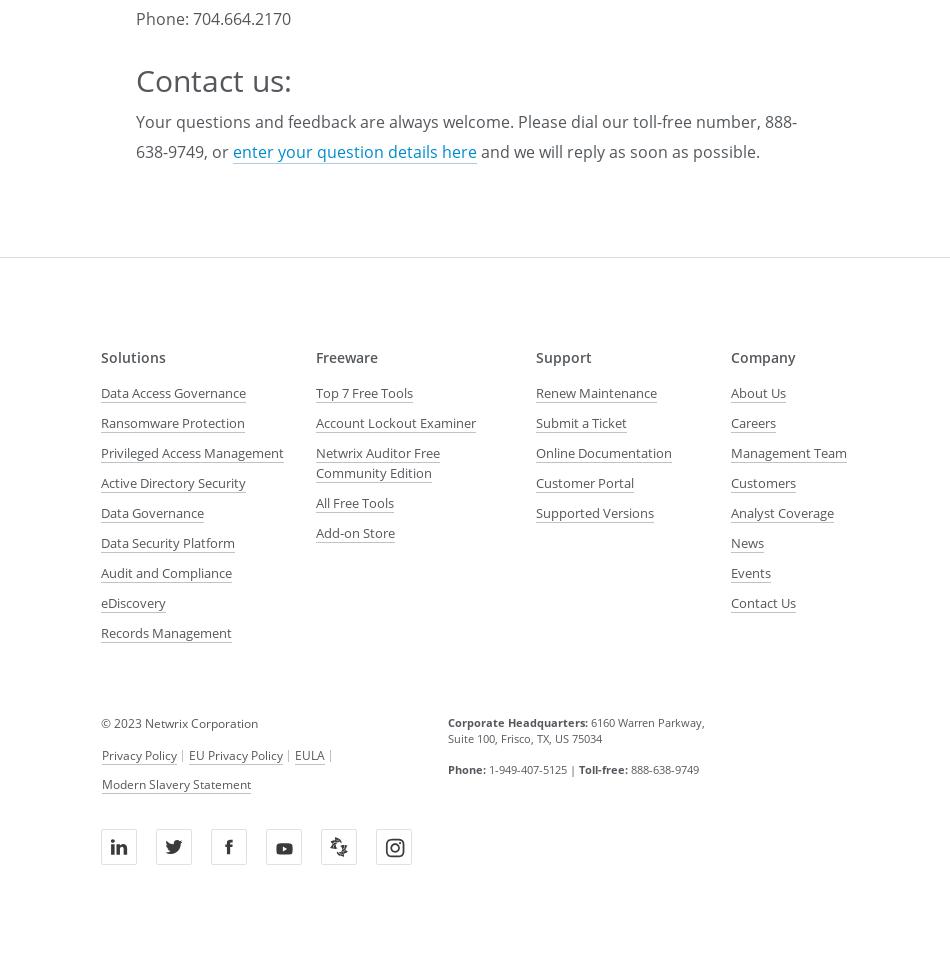 The height and width of the screenshot is (953, 950). What do you see at coordinates (173, 482) in the screenshot?
I see `'Active Directory Security'` at bounding box center [173, 482].